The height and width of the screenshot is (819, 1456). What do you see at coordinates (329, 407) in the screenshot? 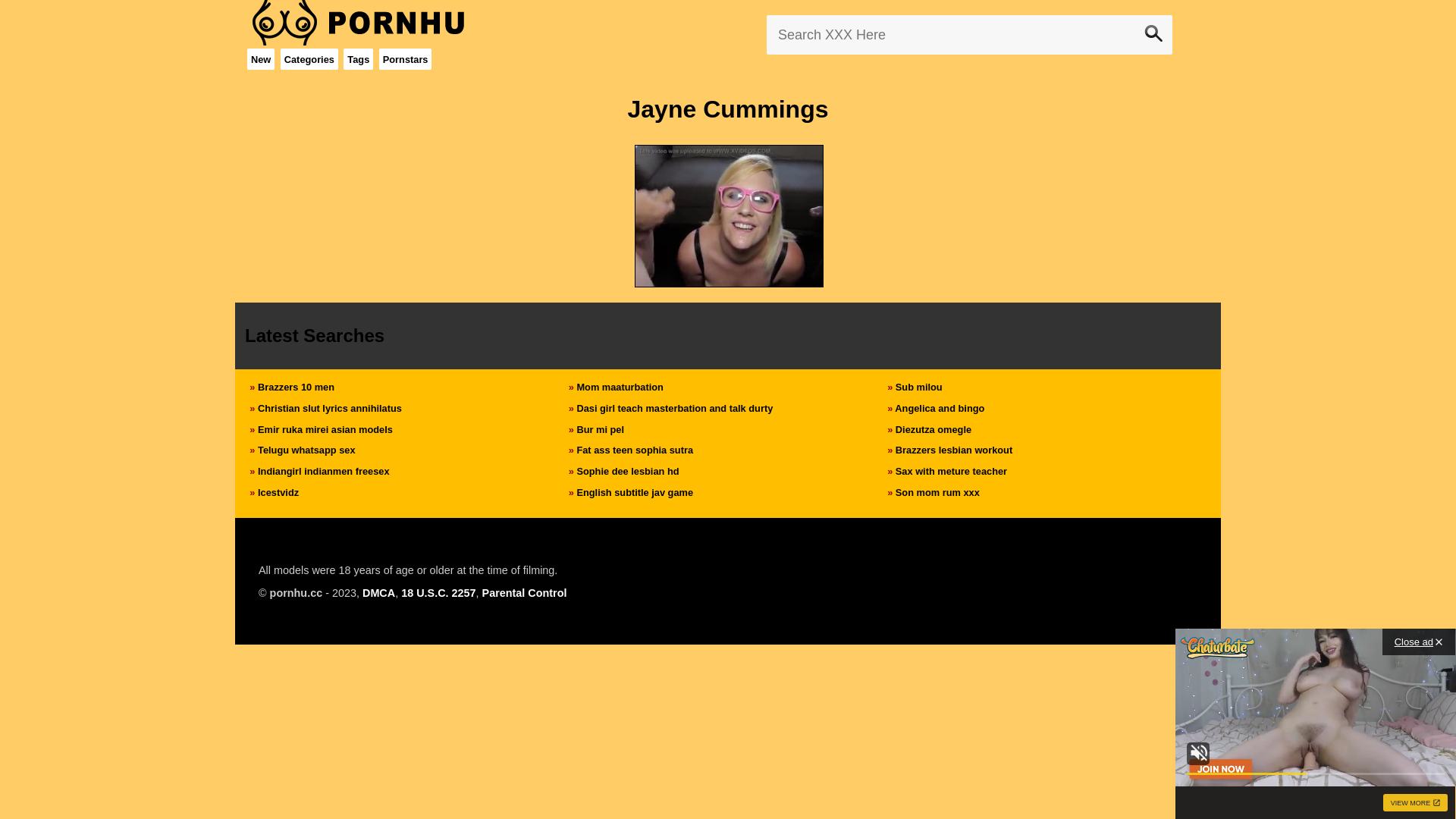
I see `'Christian slut lyrics annihilatus'` at bounding box center [329, 407].